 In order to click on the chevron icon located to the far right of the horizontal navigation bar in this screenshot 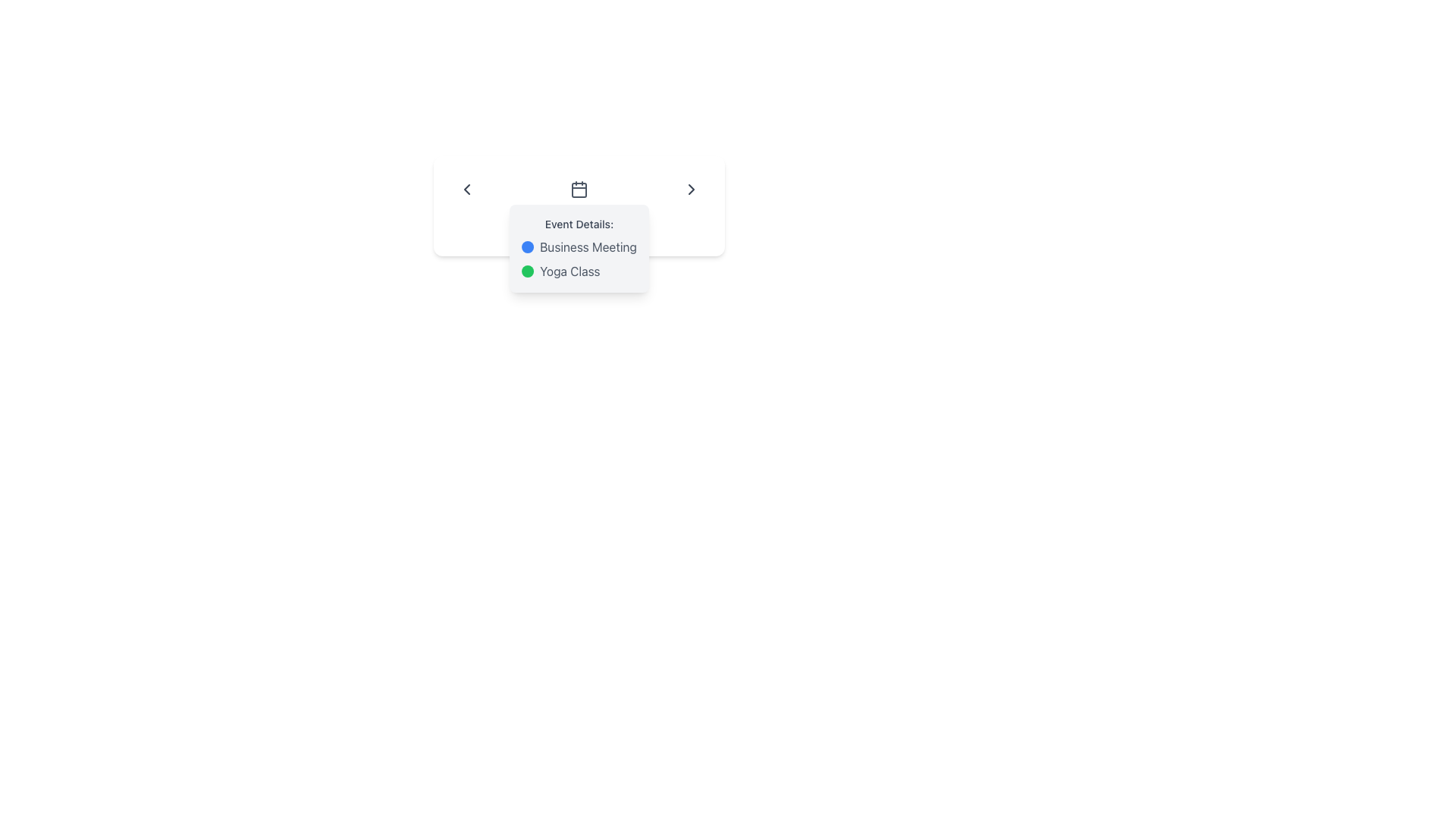, I will do `click(691, 189)`.